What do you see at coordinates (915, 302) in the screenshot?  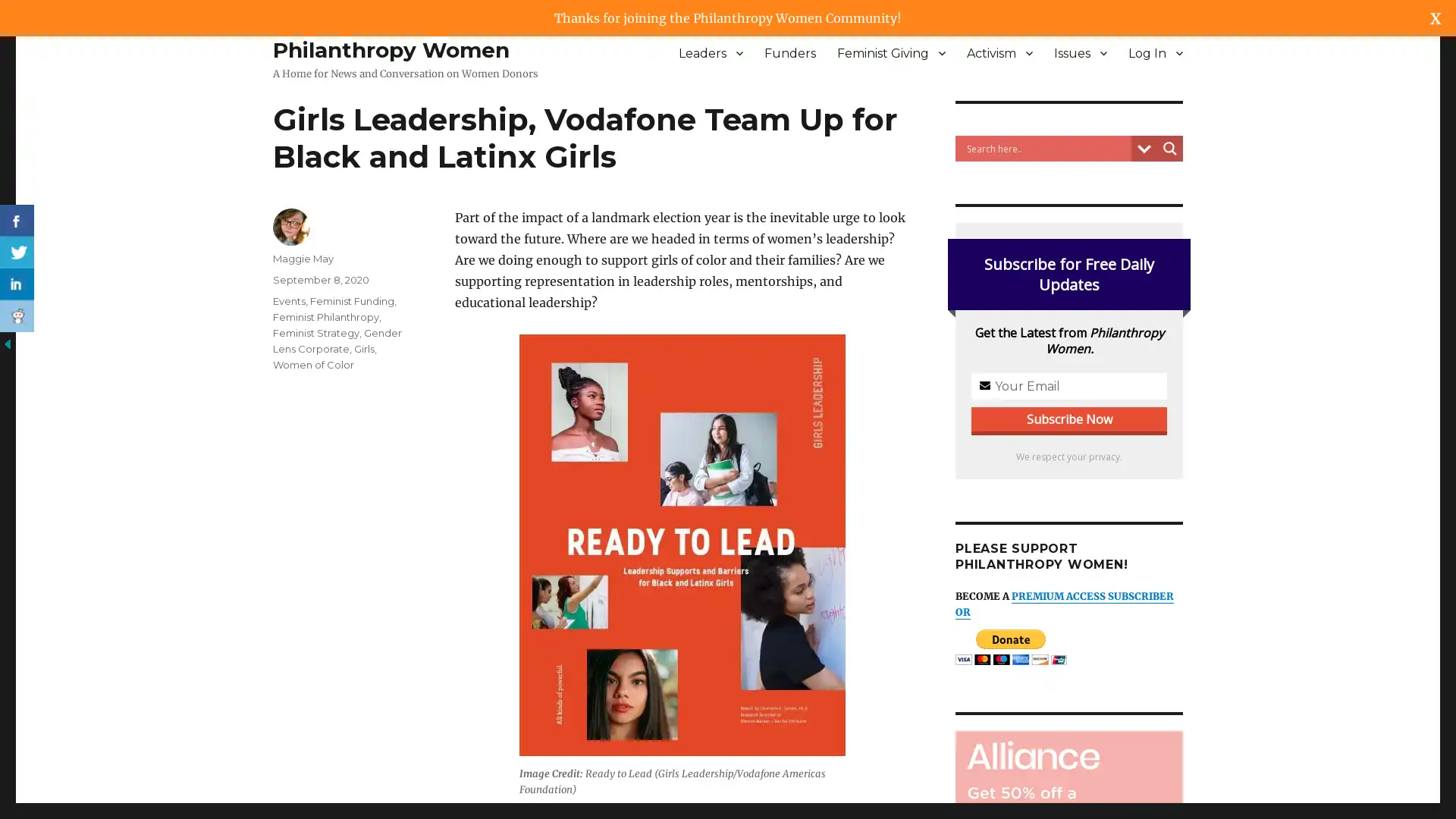 I see `Close` at bounding box center [915, 302].